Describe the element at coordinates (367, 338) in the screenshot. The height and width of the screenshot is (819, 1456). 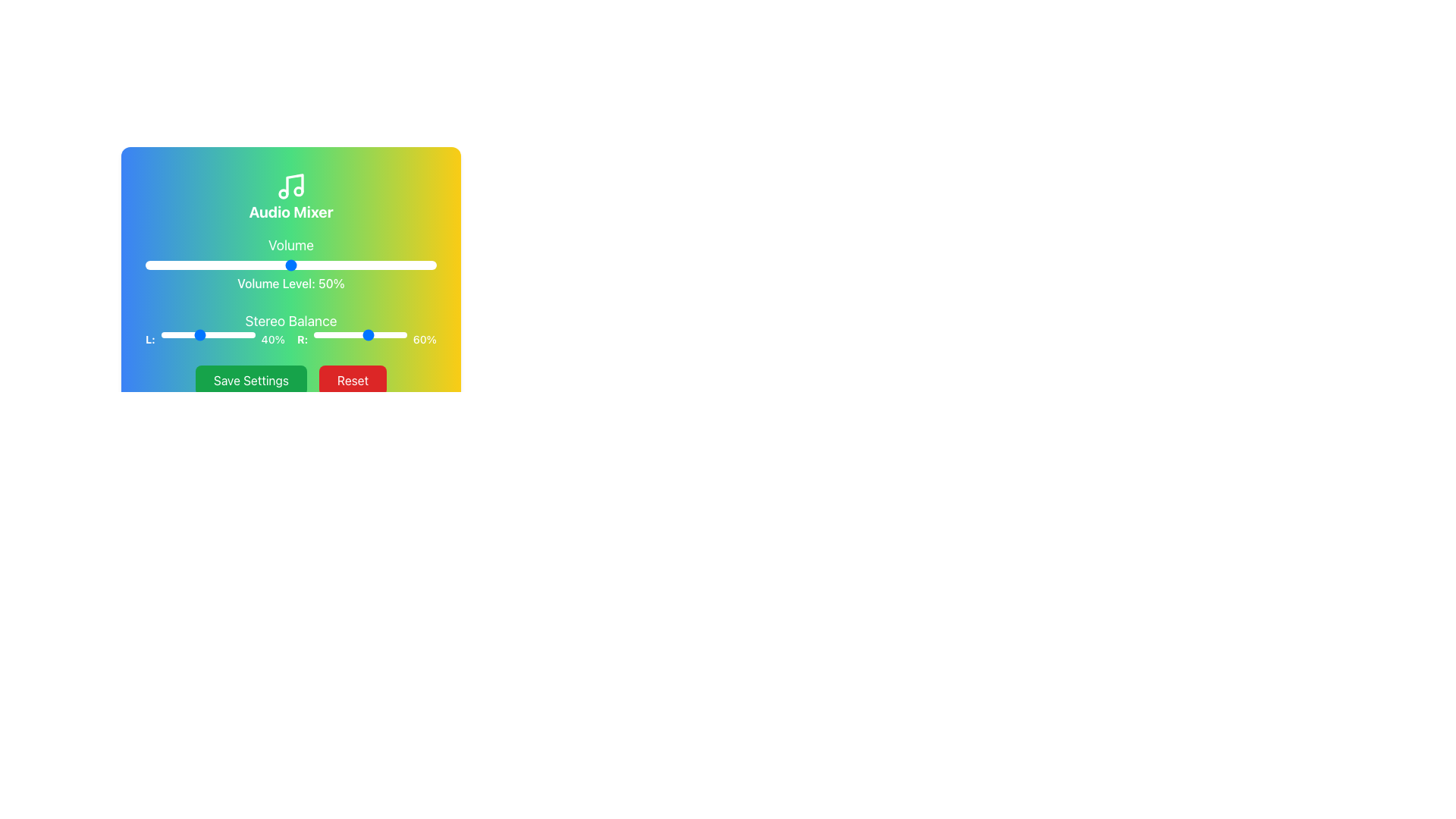
I see `the stereo balance slider for the 'right' channel, which is the second slider positioned` at that location.